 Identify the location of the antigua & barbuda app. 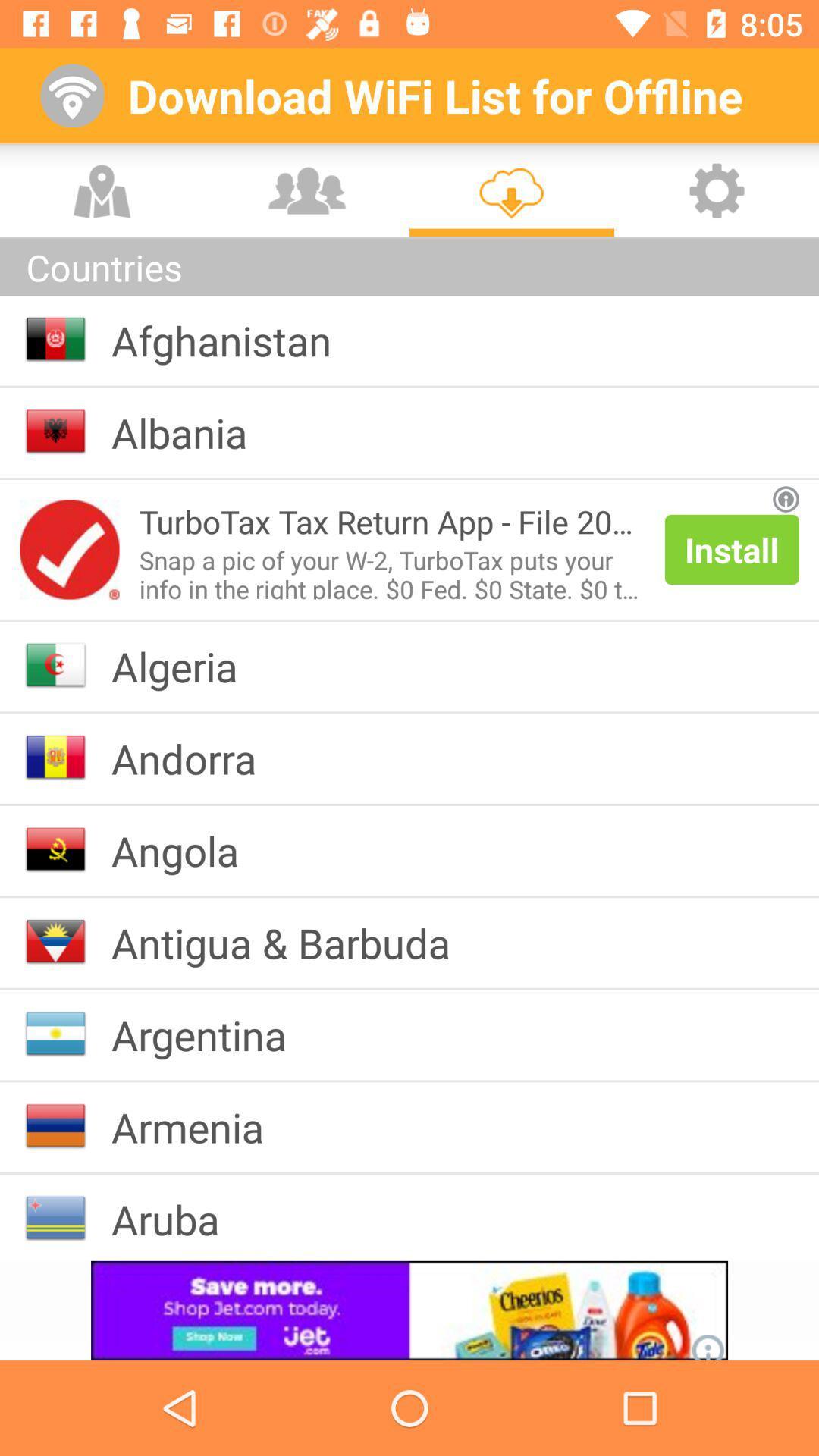
(293, 942).